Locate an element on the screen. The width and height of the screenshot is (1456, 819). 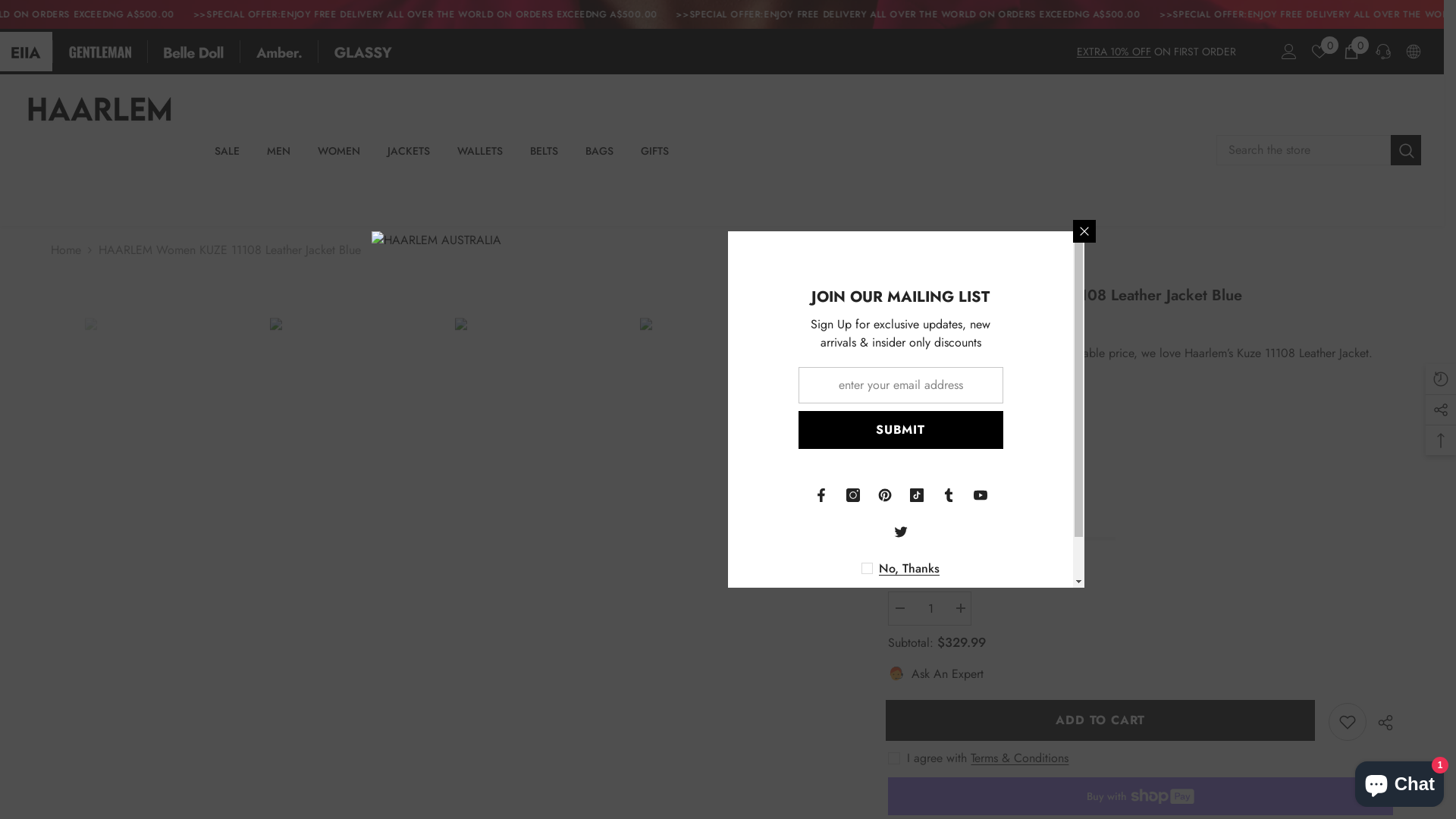
'0' is located at coordinates (1310, 51).